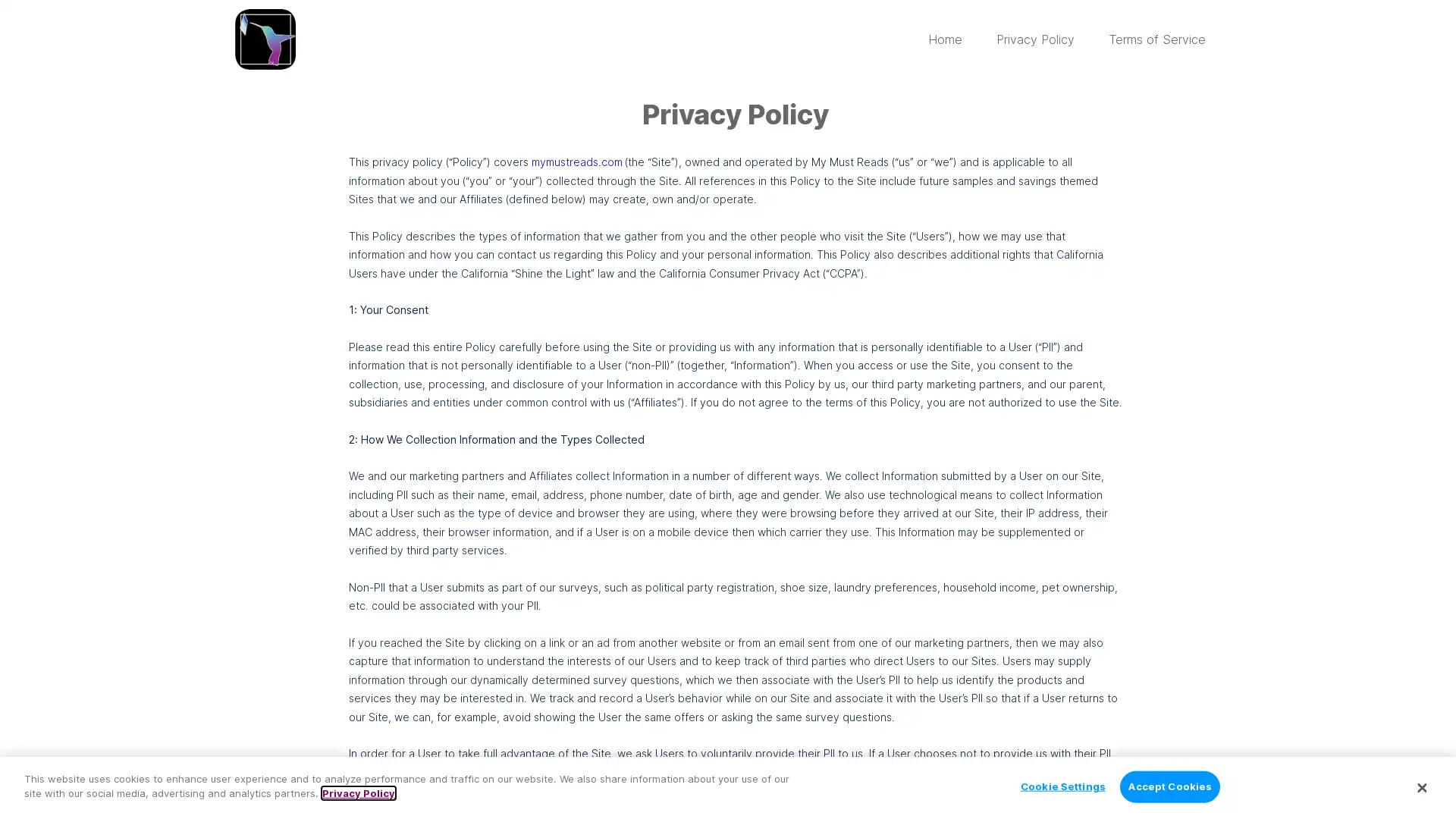  Describe the element at coordinates (1169, 786) in the screenshot. I see `Accept Cookies` at that location.